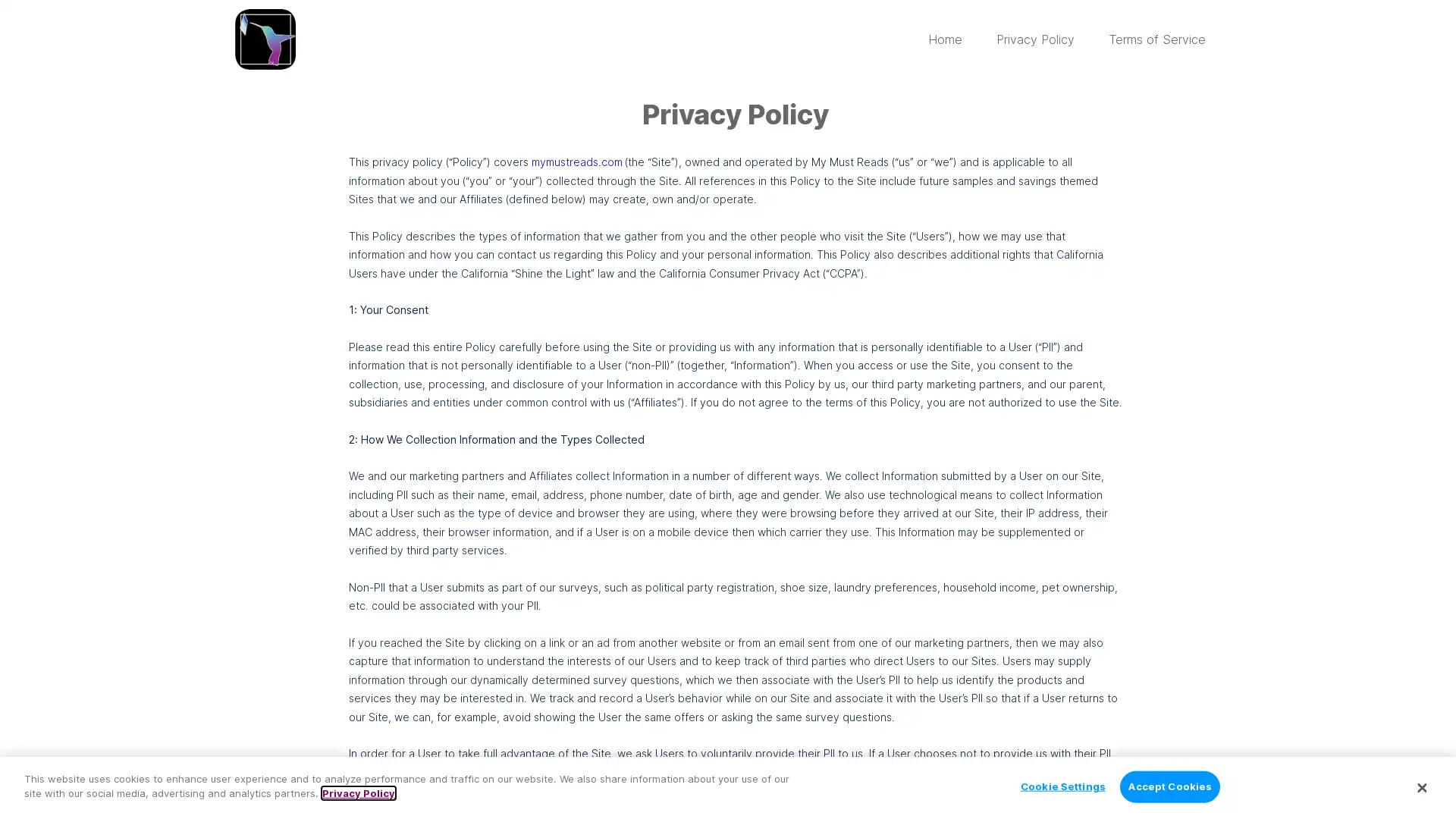  Describe the element at coordinates (1169, 786) in the screenshot. I see `Accept Cookies` at that location.